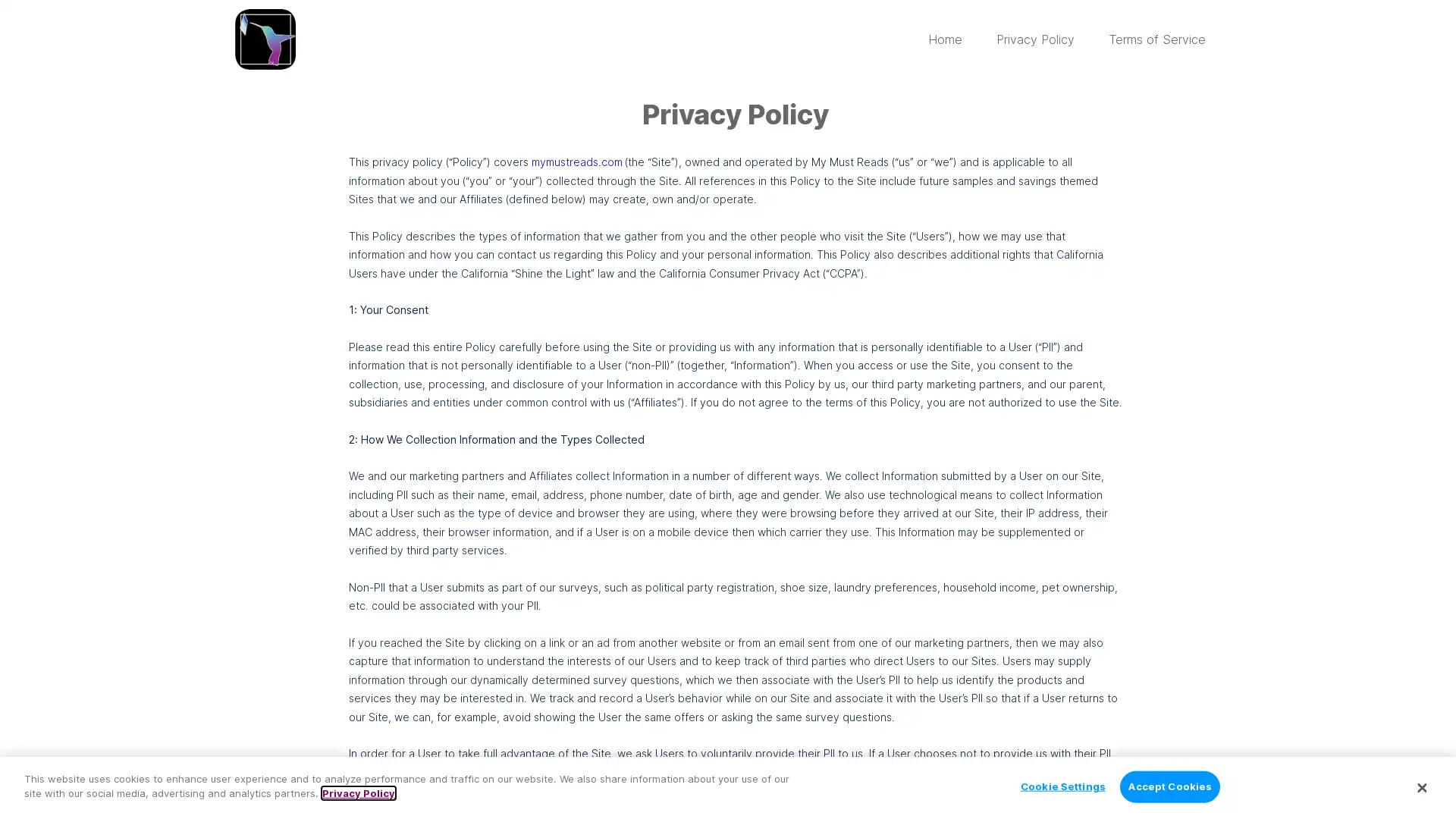  Describe the element at coordinates (1169, 786) in the screenshot. I see `Accept Cookies` at that location.